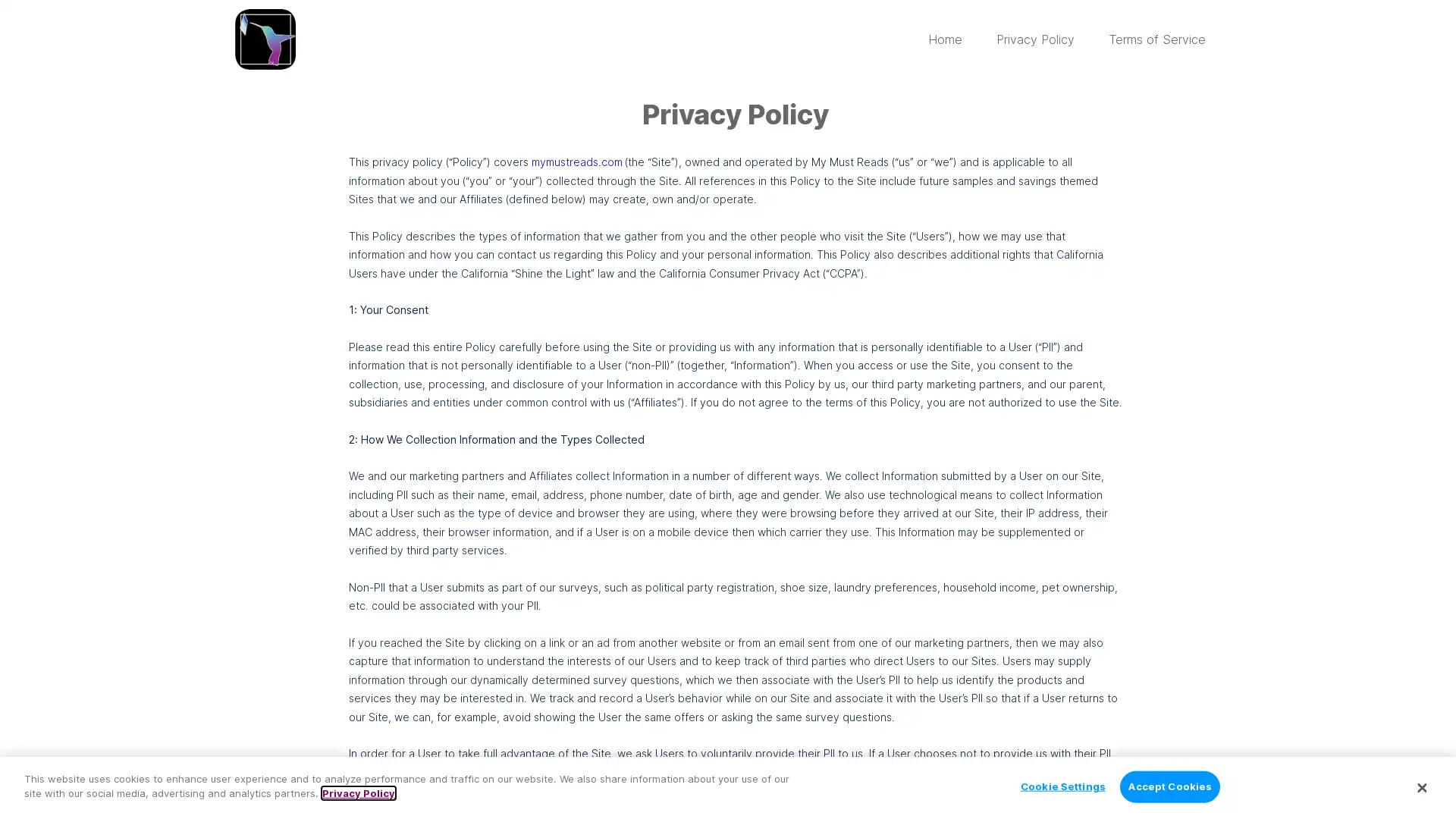  Describe the element at coordinates (1169, 786) in the screenshot. I see `Accept Cookies` at that location.